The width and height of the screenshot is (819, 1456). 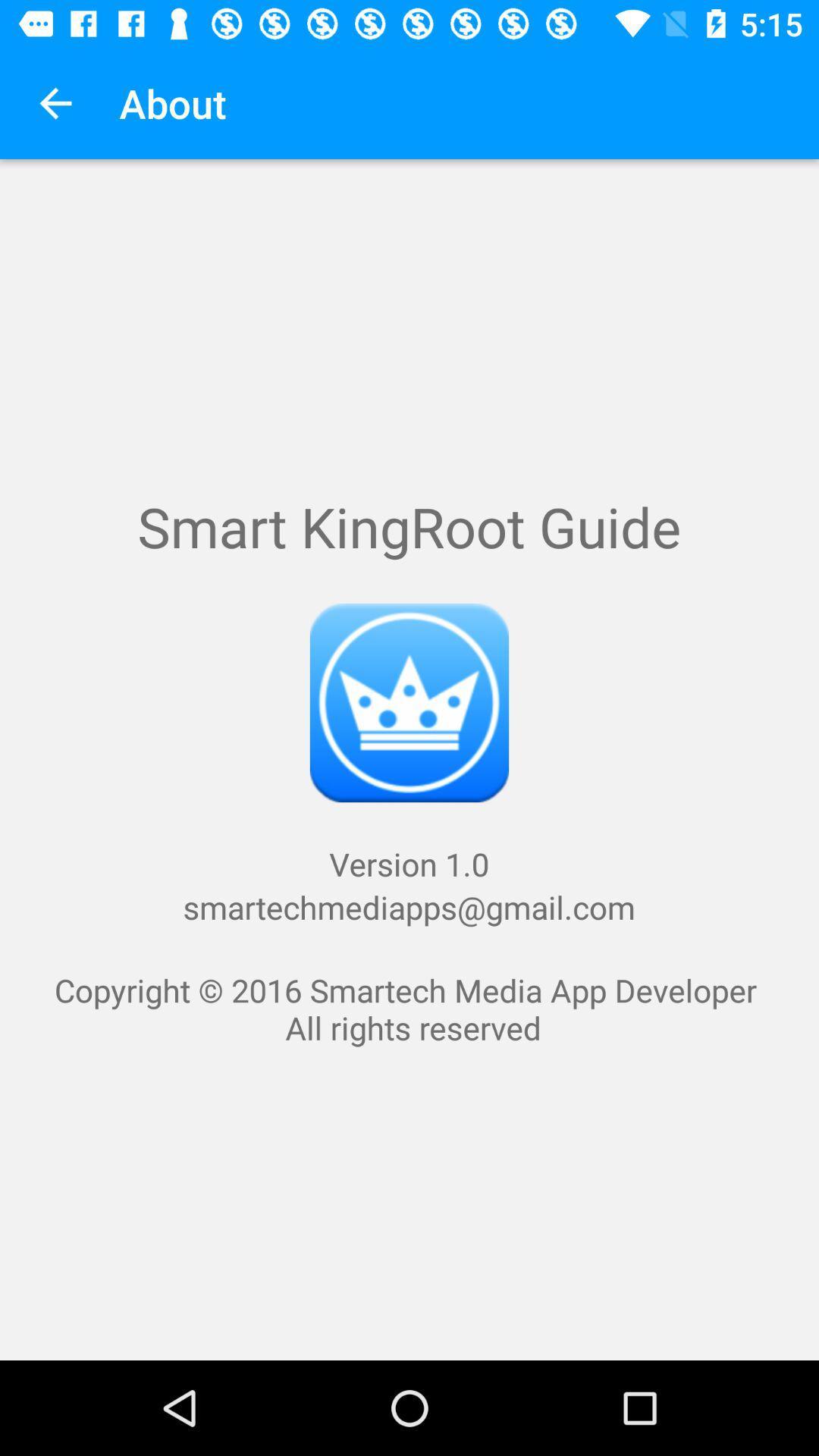 I want to click on icon above copyright 2016 smartech, so click(x=55, y=102).